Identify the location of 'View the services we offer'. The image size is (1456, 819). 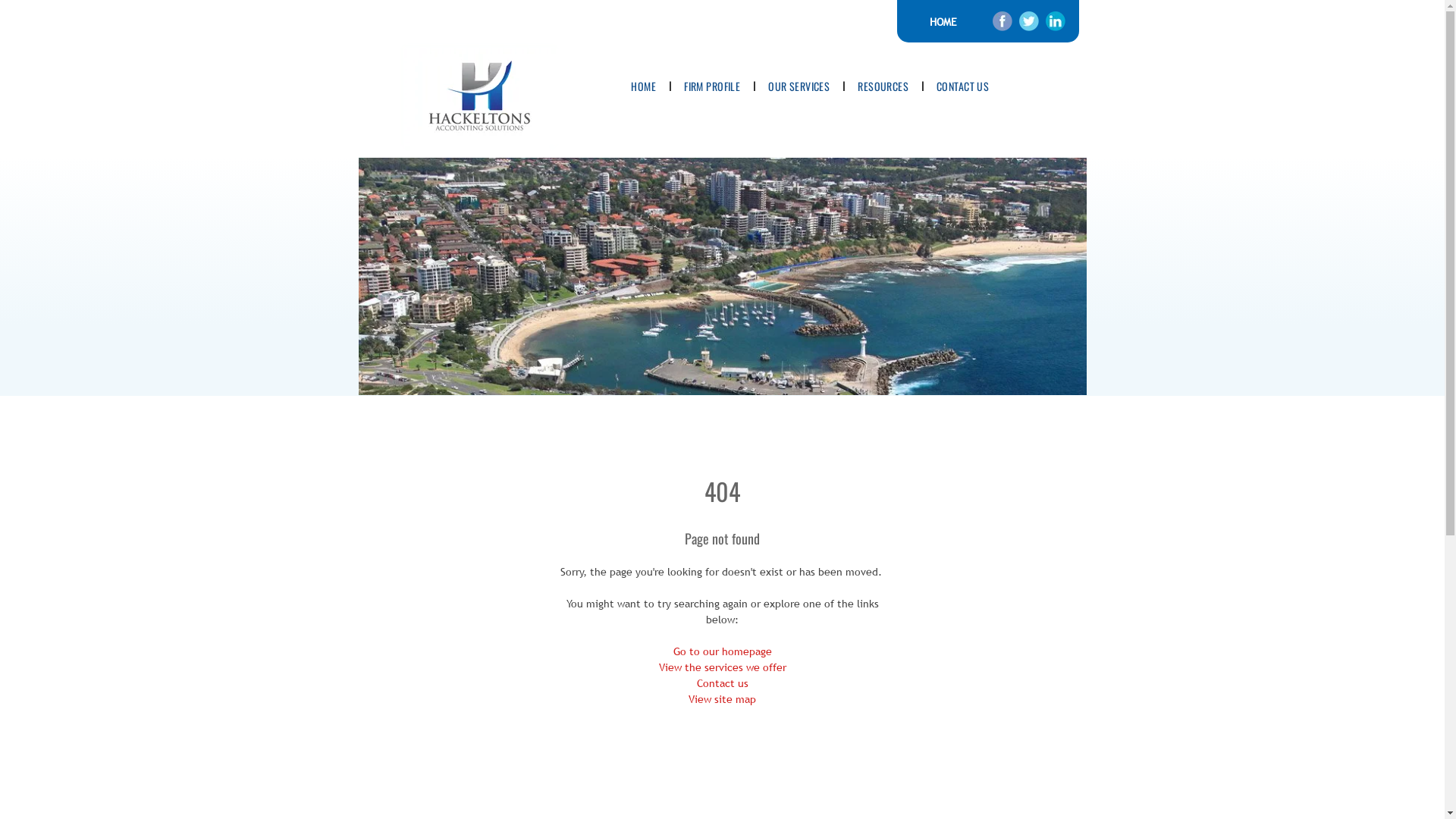
(720, 666).